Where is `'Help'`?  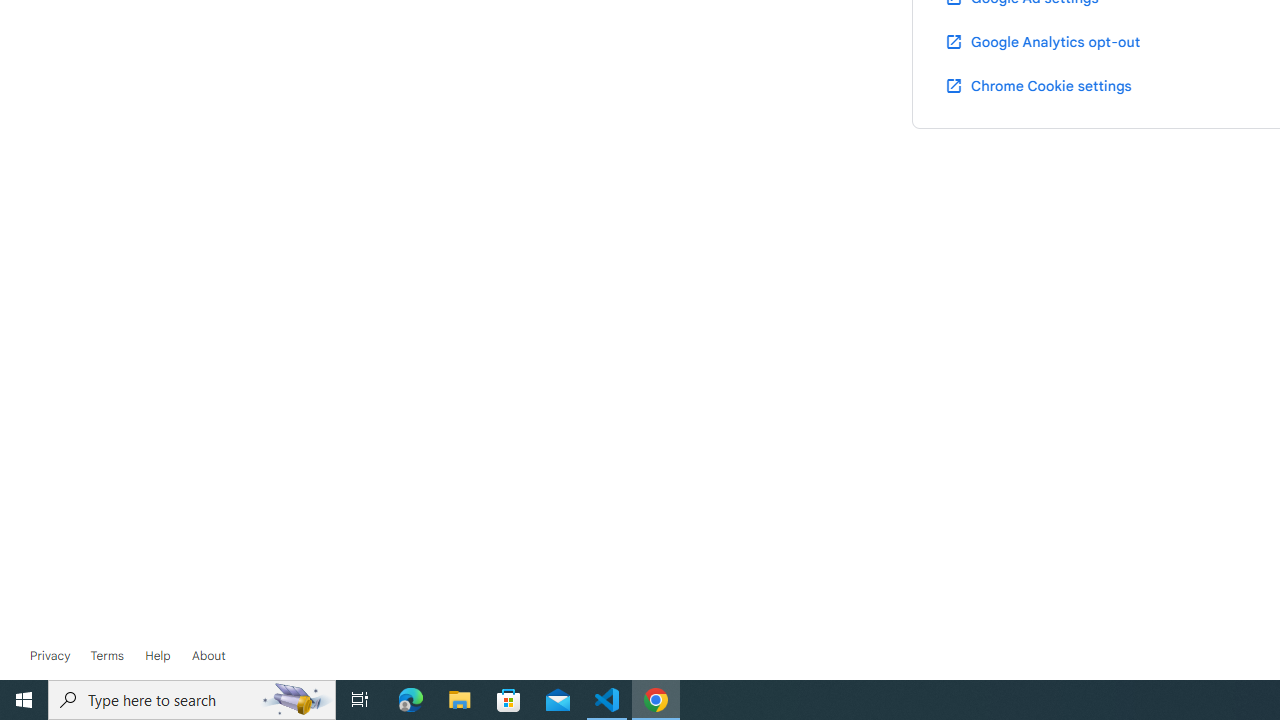
'Help' is located at coordinates (157, 655).